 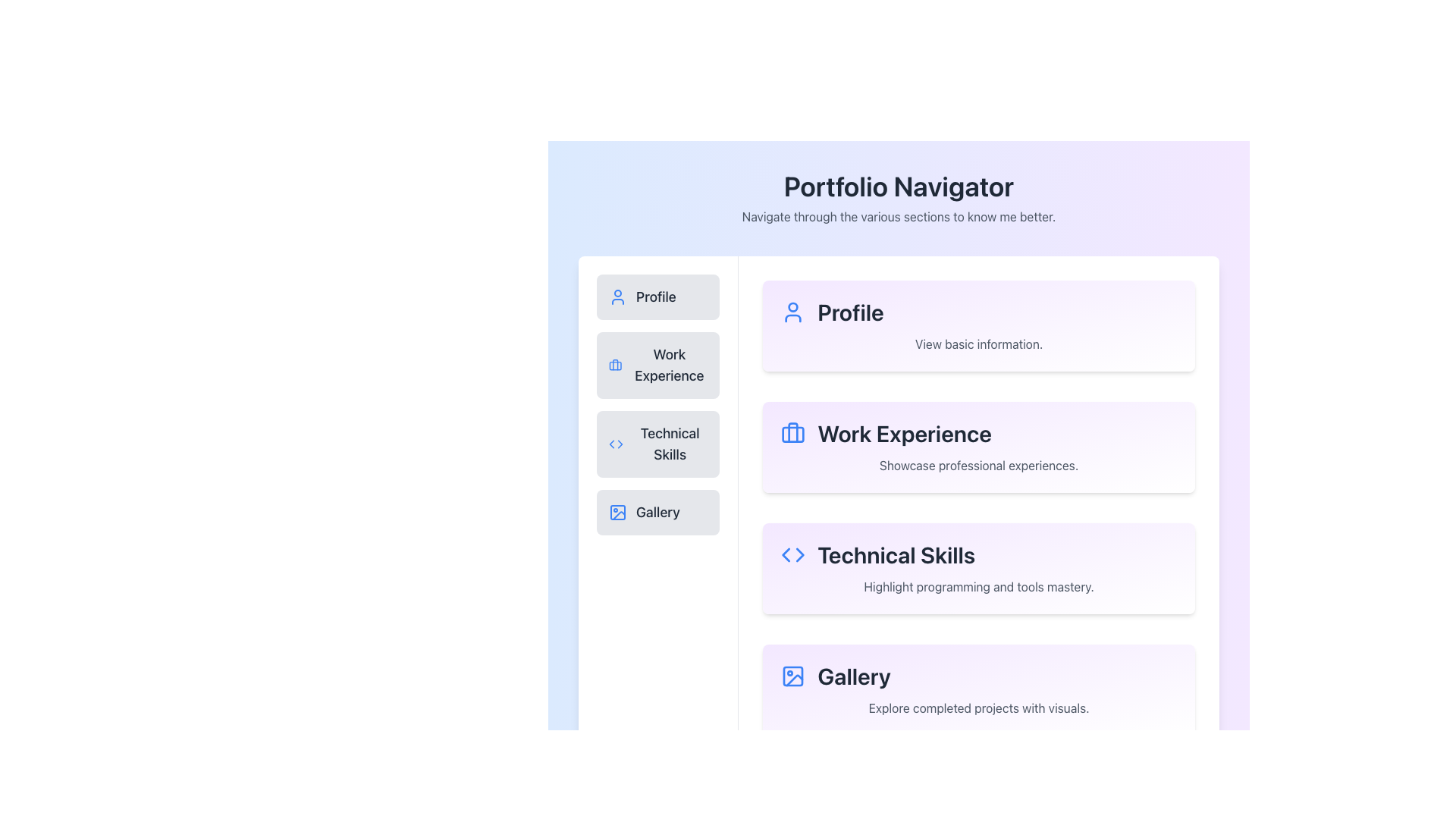 What do you see at coordinates (615, 366) in the screenshot?
I see `the Graphical Icon Component located in the left-side navigation bar, which has a blue color and is positioned under the 'Work Experience' icon` at bounding box center [615, 366].